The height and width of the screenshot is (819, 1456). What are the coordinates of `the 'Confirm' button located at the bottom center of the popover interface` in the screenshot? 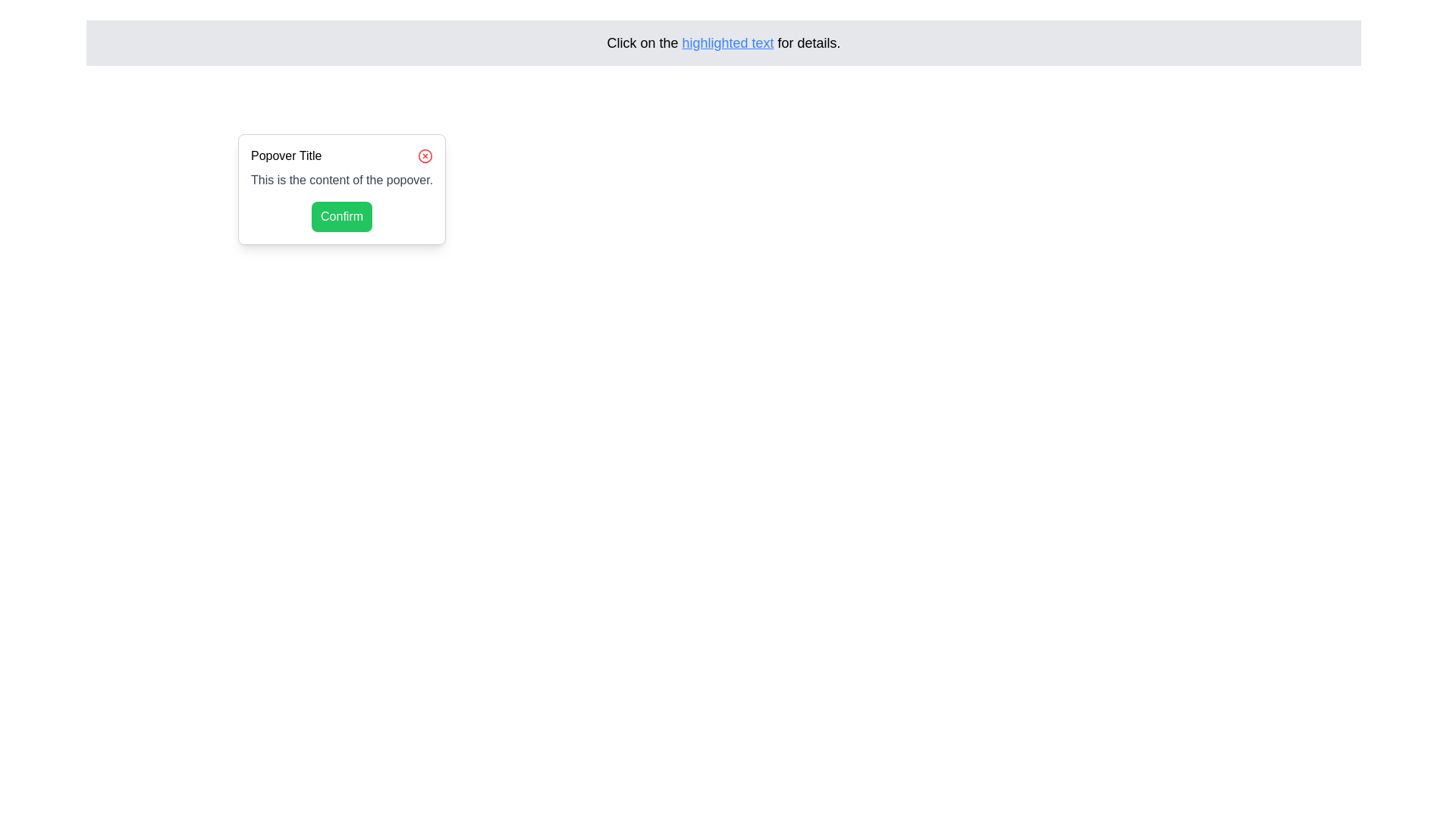 It's located at (341, 216).